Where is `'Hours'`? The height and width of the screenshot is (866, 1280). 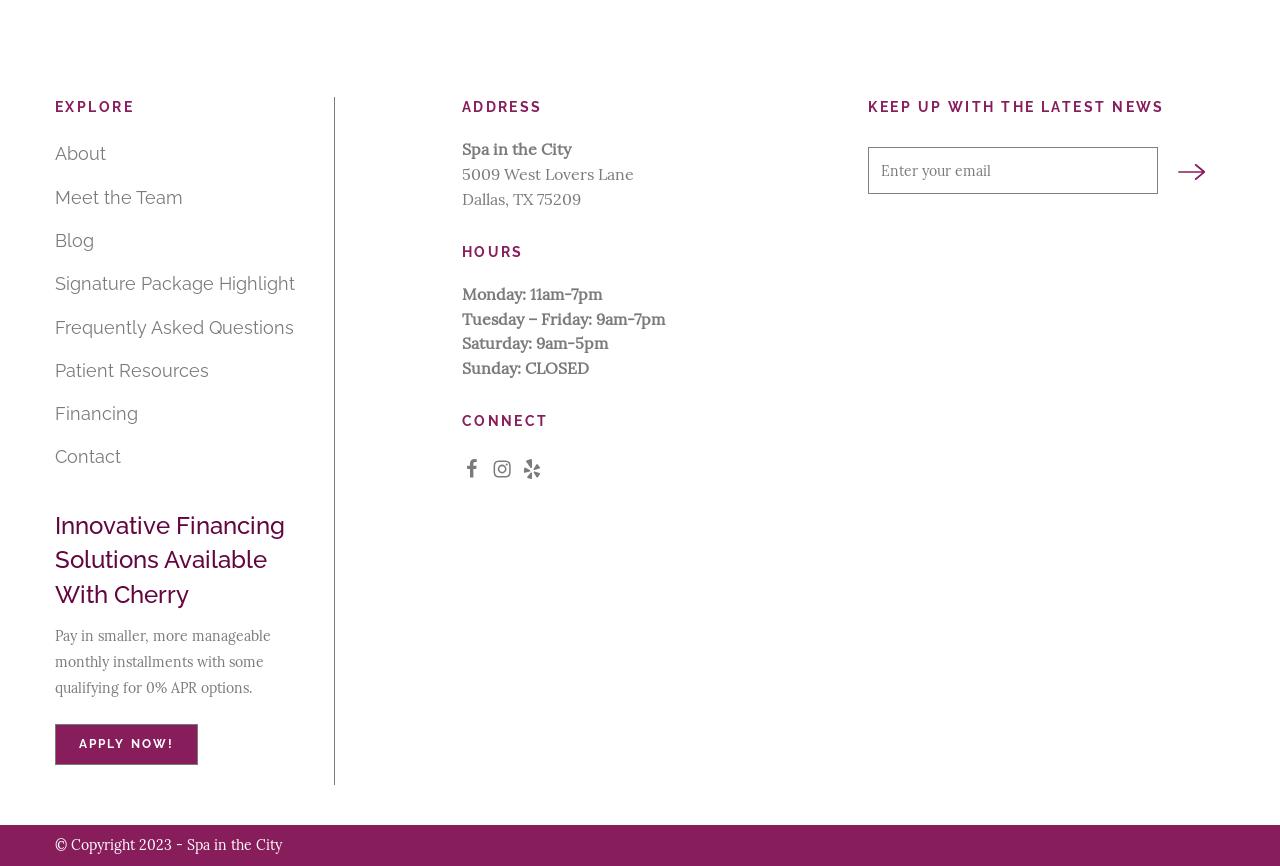
'Hours' is located at coordinates (492, 249).